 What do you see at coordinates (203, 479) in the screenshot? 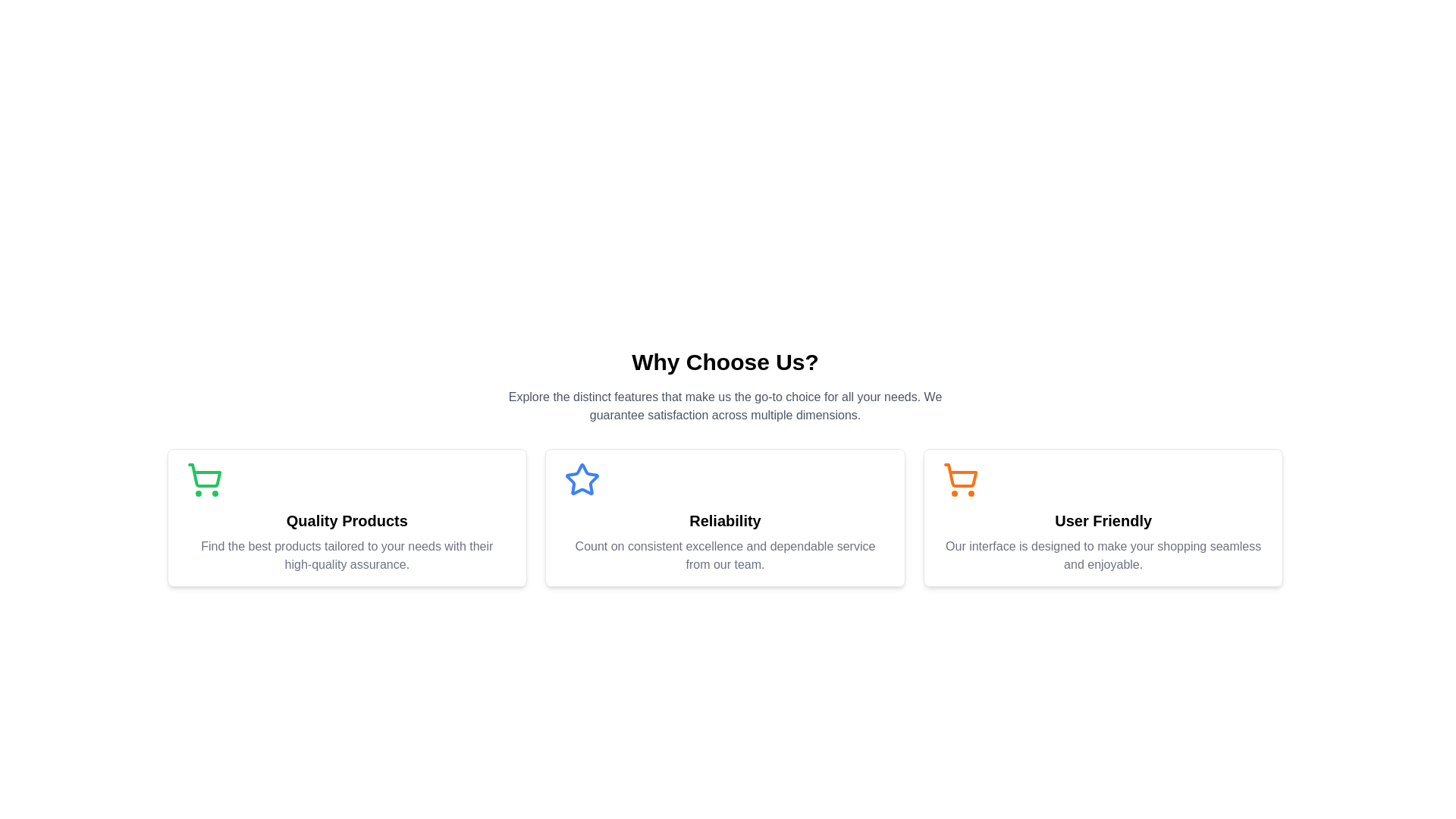
I see `the green shopping cart icon located at the leftmost side of the first card in a three-card row layout` at bounding box center [203, 479].